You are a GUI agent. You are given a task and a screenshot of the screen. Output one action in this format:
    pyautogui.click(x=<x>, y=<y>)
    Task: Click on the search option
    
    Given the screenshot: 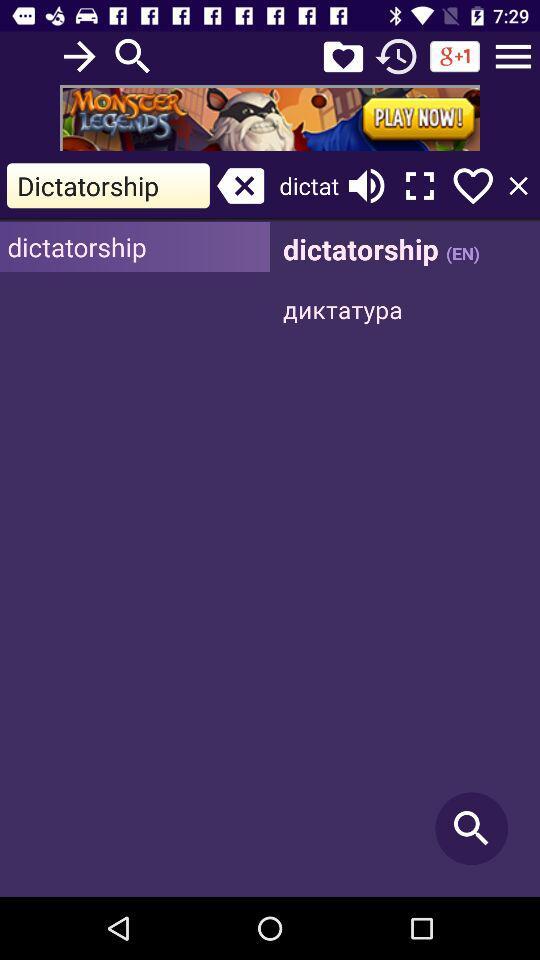 What is the action you would take?
    pyautogui.click(x=133, y=55)
    